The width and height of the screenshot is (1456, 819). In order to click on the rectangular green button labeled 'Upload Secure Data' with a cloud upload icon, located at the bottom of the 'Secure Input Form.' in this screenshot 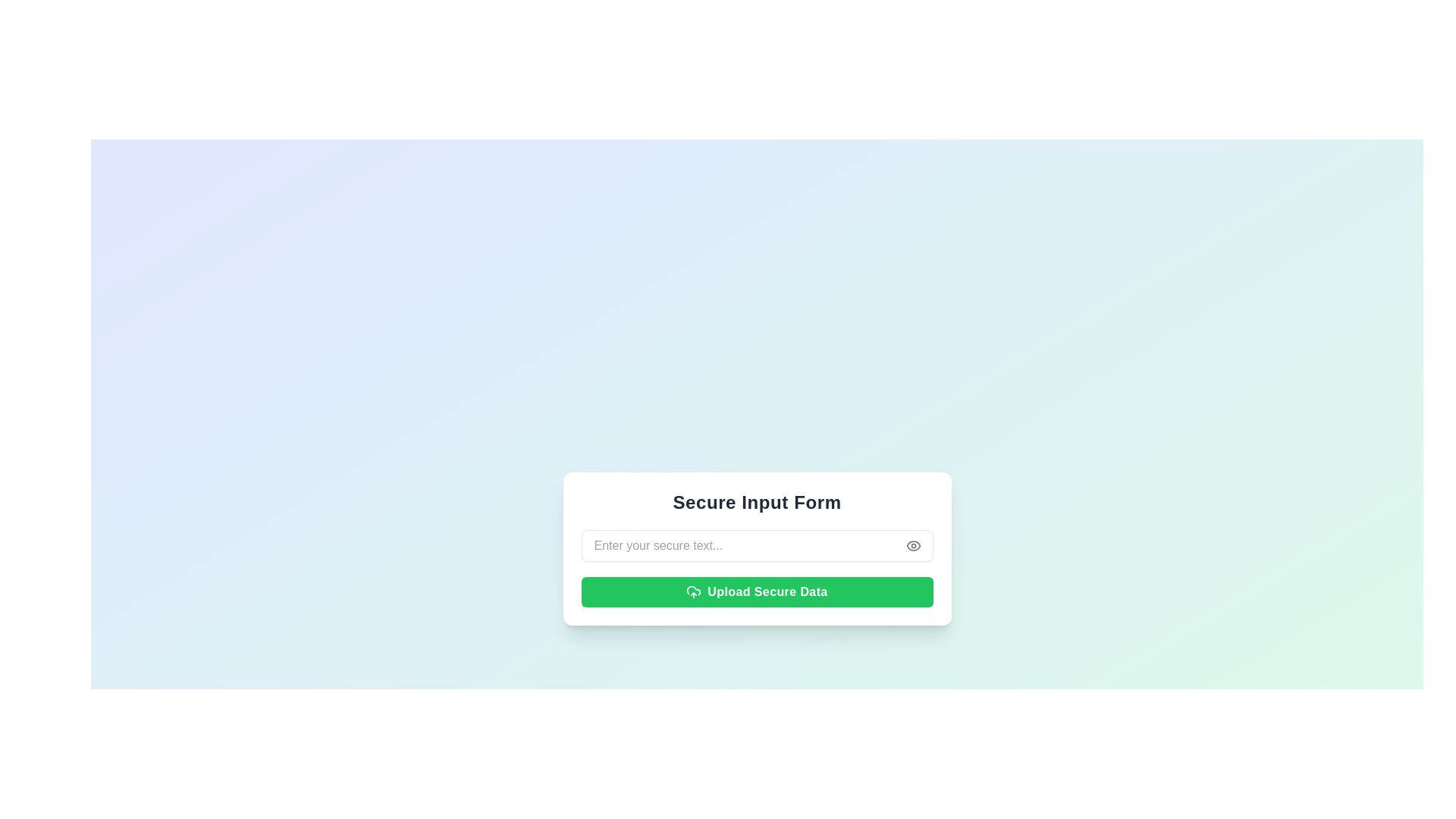, I will do `click(757, 591)`.